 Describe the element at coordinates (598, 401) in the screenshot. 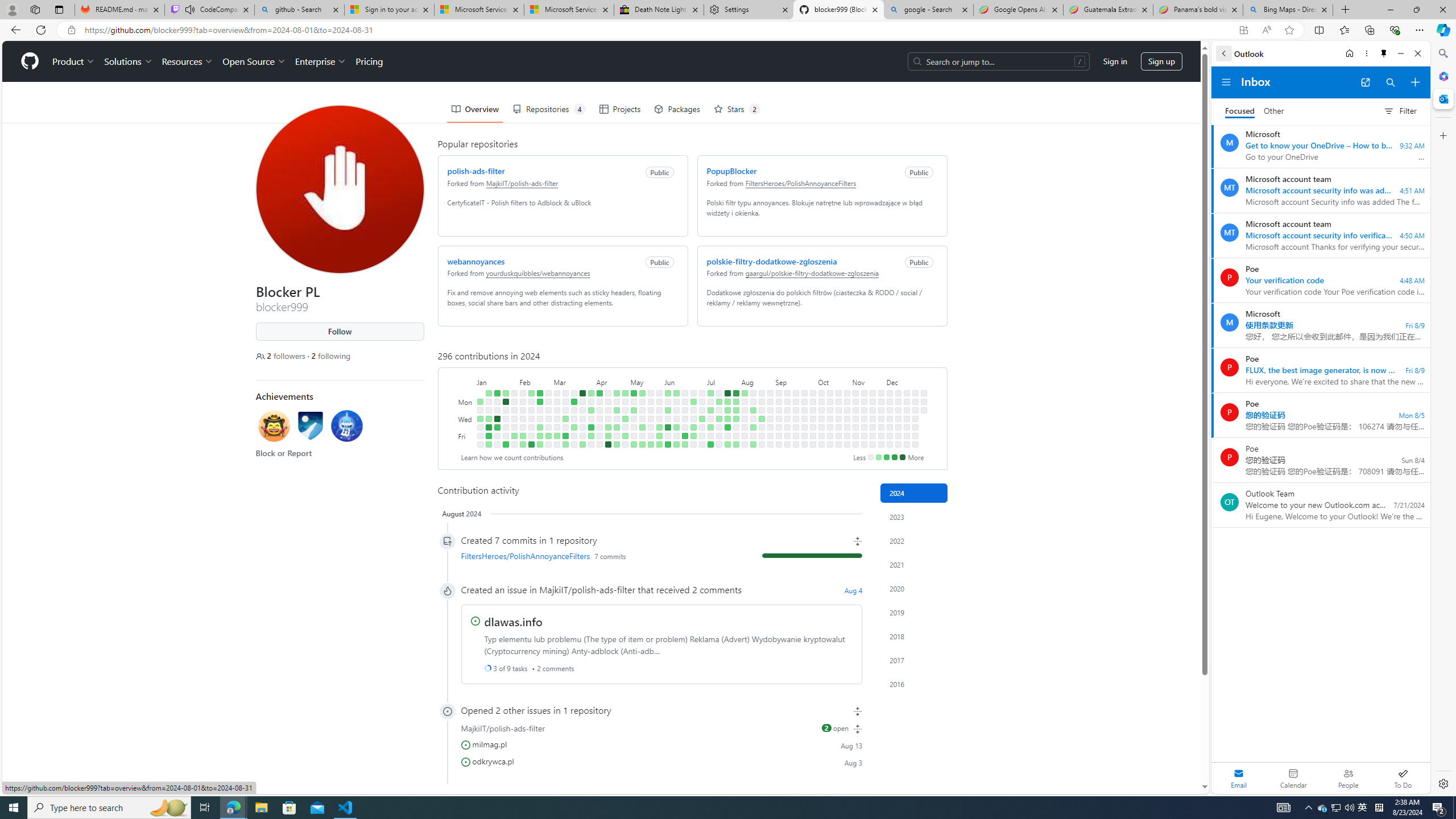

I see `'No contributions on April 8th.'` at that location.